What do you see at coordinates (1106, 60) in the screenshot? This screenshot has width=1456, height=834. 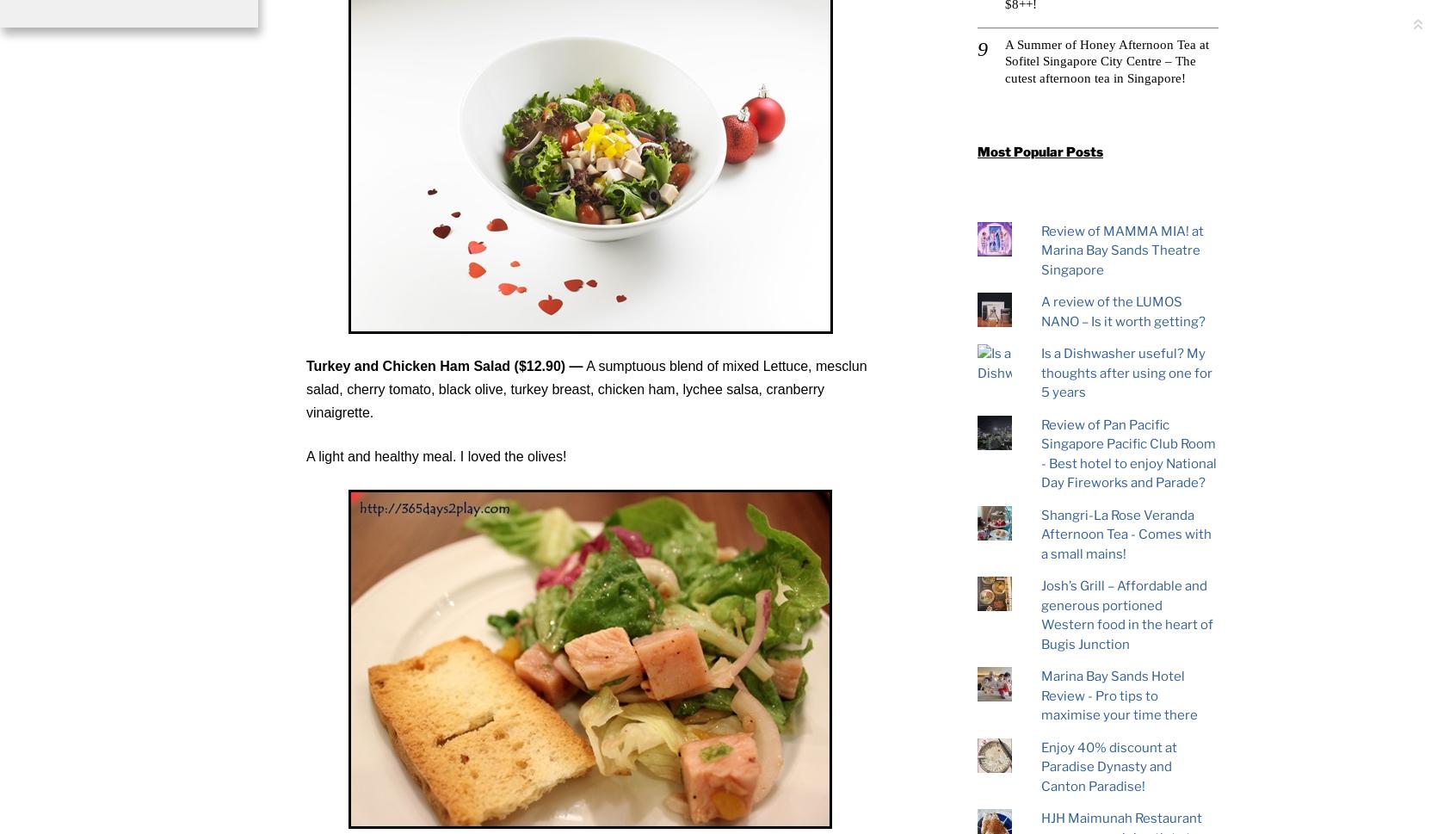 I see `'A Summer of Honey Afternoon Tea at Sofitel Singapore City Centre – The cutest afternoon tea in Singapore!'` at bounding box center [1106, 60].